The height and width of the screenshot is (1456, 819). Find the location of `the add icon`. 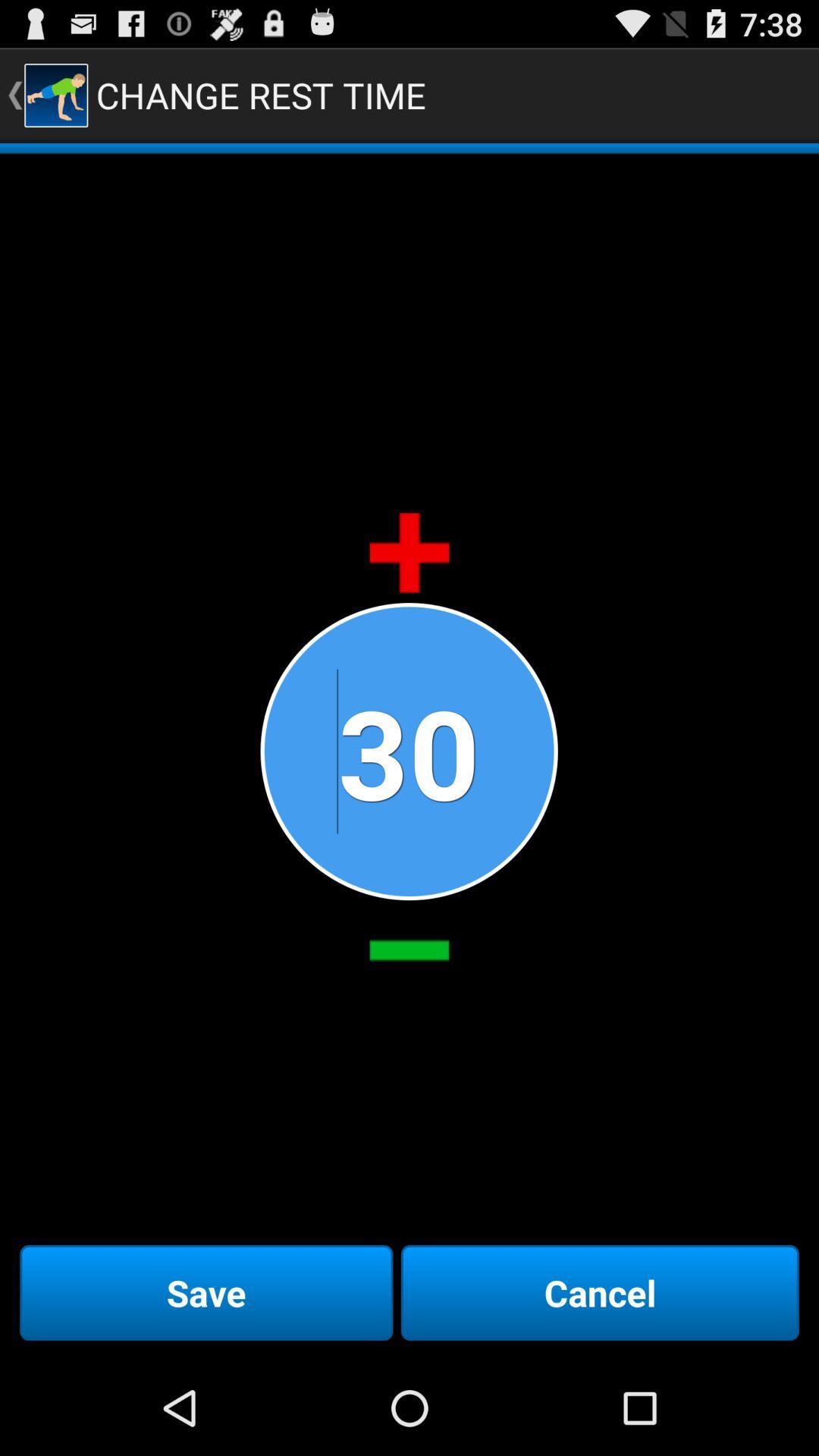

the add icon is located at coordinates (409, 591).